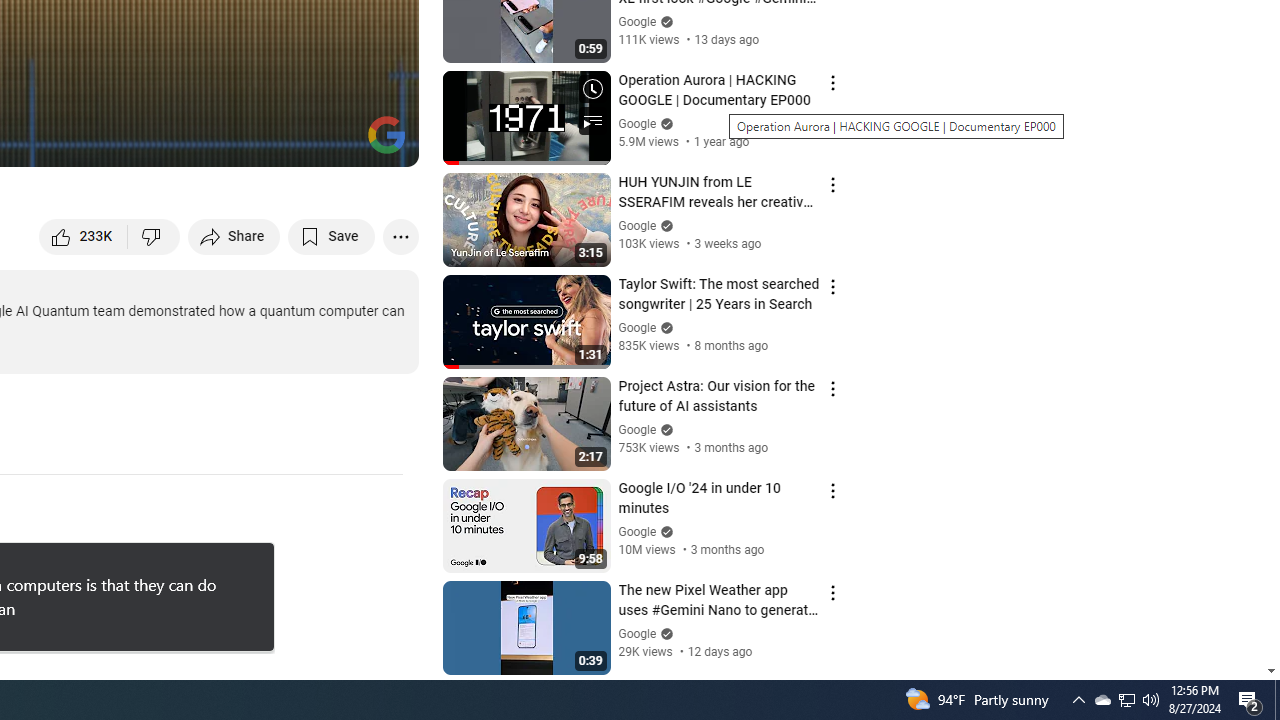 The image size is (1280, 720). What do you see at coordinates (141, 141) in the screenshot?
I see `'Autoplay is on'` at bounding box center [141, 141].